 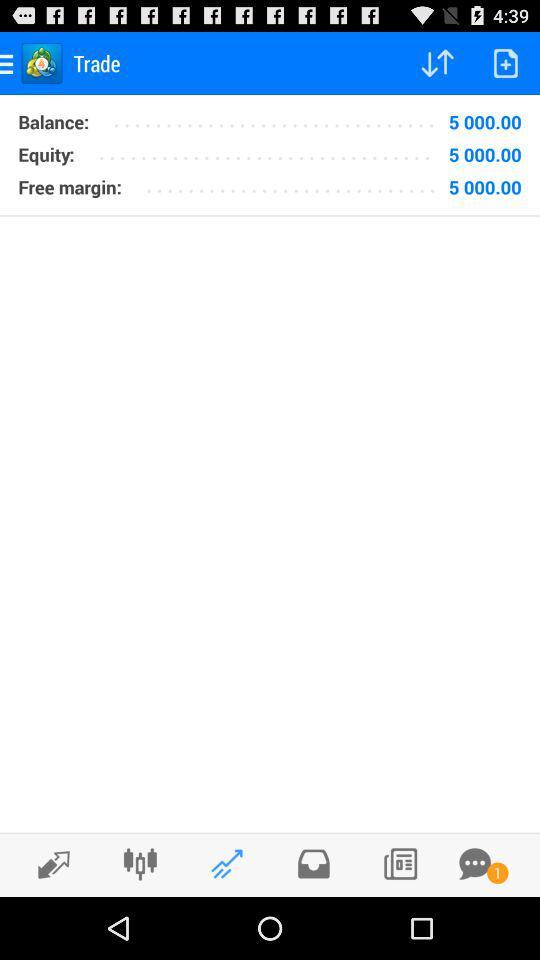 I want to click on the chat icon, so click(x=474, y=924).